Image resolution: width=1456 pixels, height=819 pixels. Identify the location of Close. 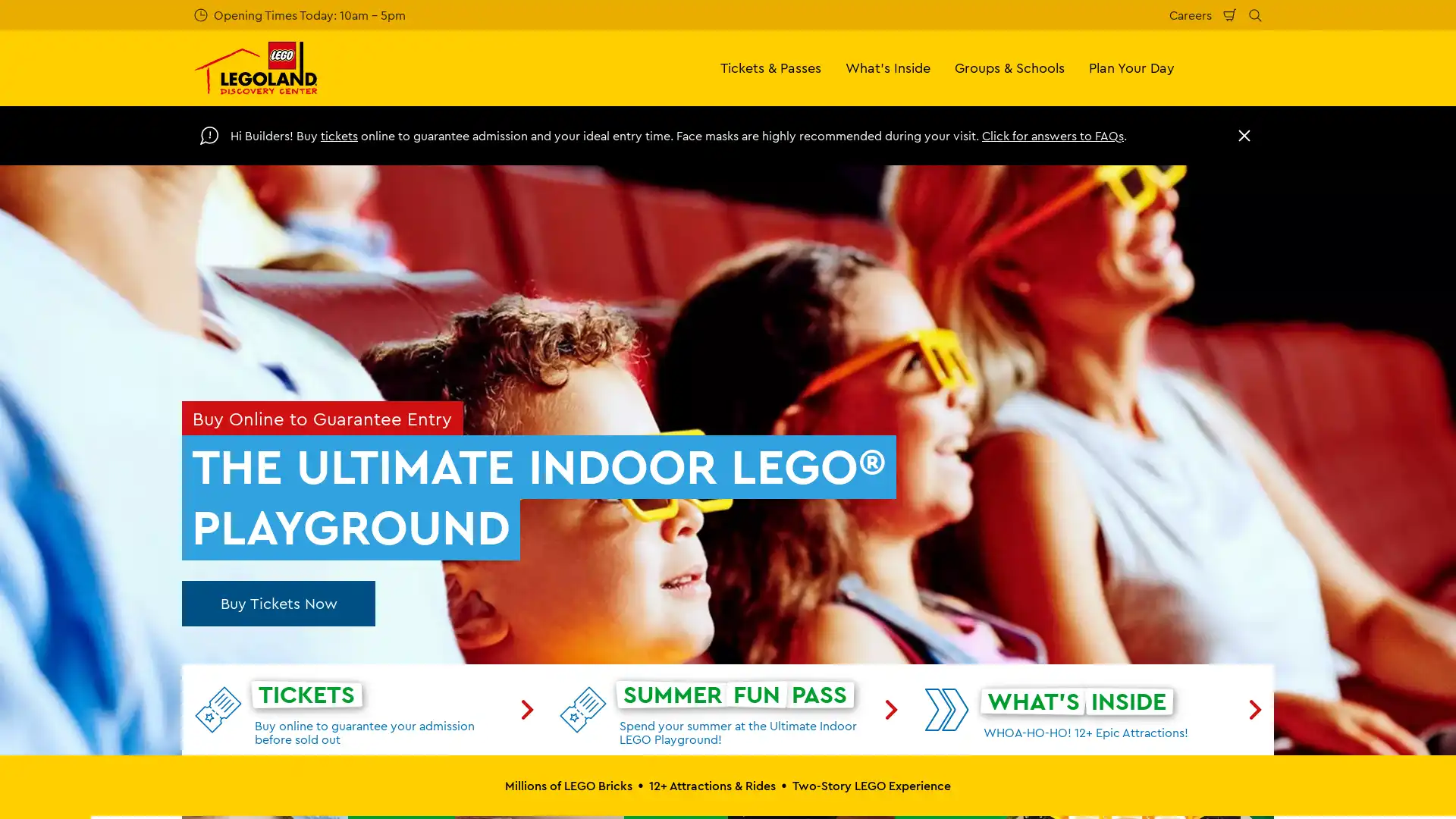
(1244, 134).